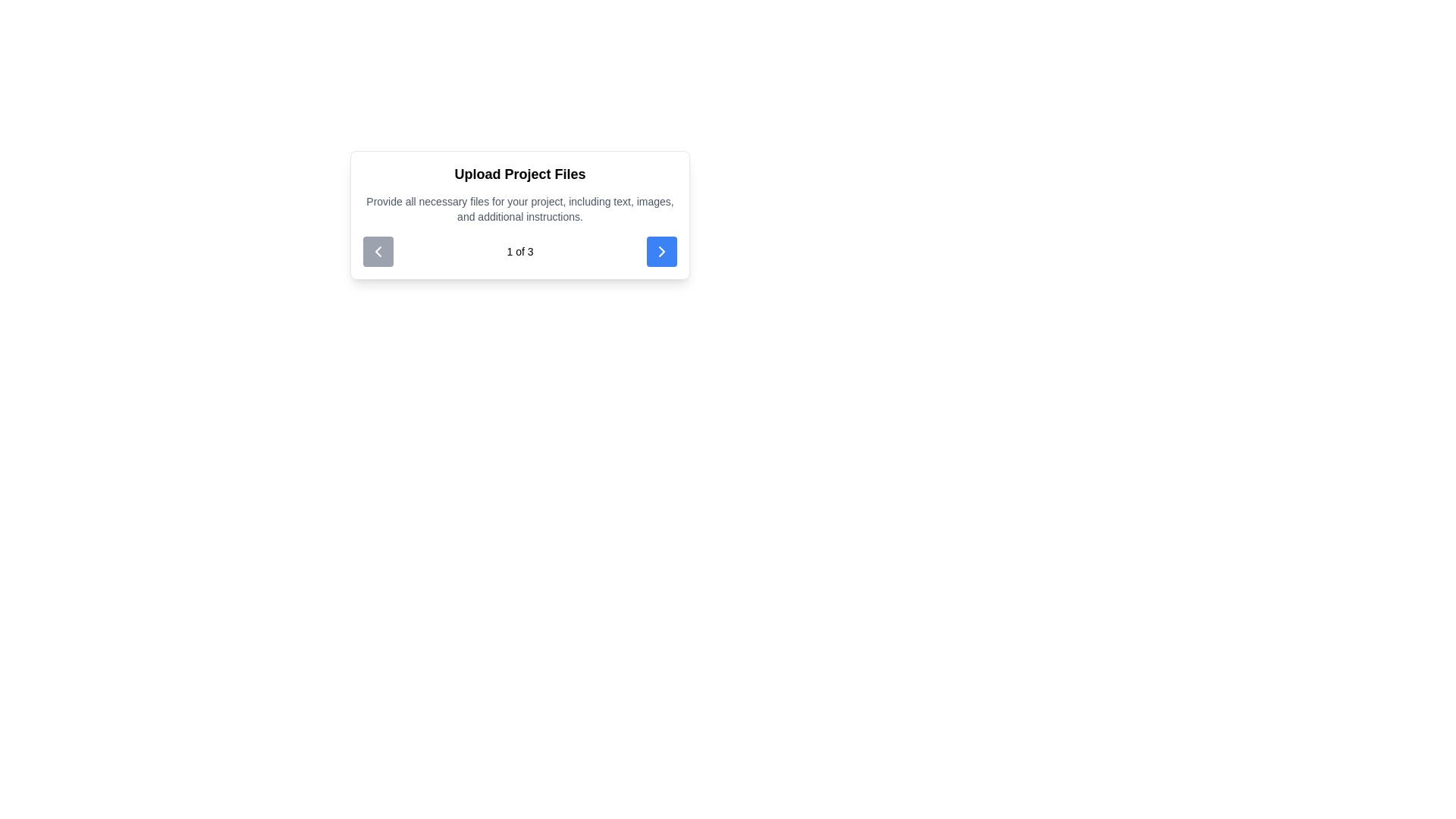 The image size is (1456, 819). What do you see at coordinates (378, 250) in the screenshot?
I see `the Chevron icon, which is located in the left corner of the pagination section, to possibly reveal additional information` at bounding box center [378, 250].